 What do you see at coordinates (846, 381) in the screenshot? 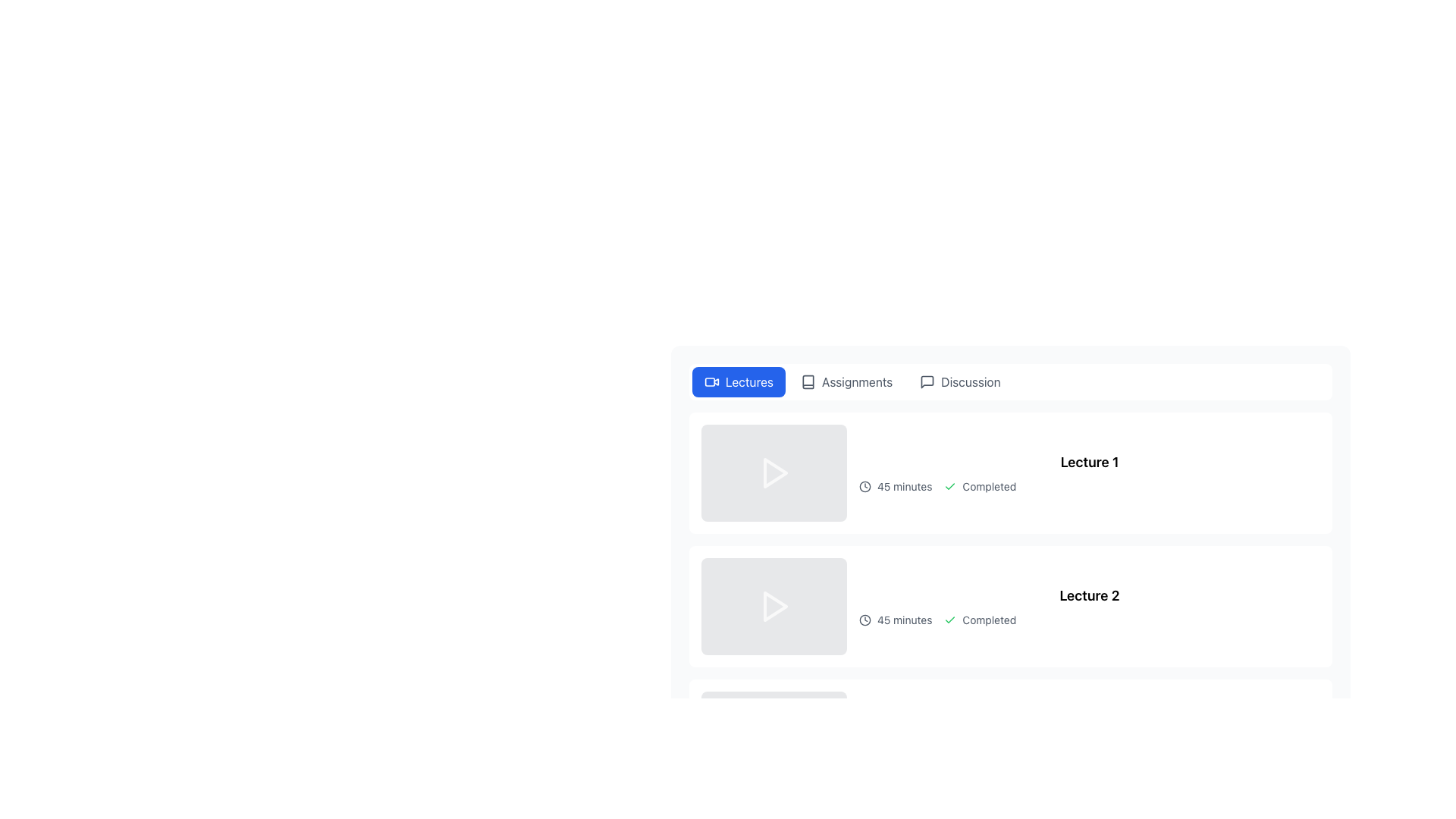
I see `the 'Assignments' button, which is the second button in a horizontal set of three, styled with a light gray background and containing a book icon and gray text` at bounding box center [846, 381].